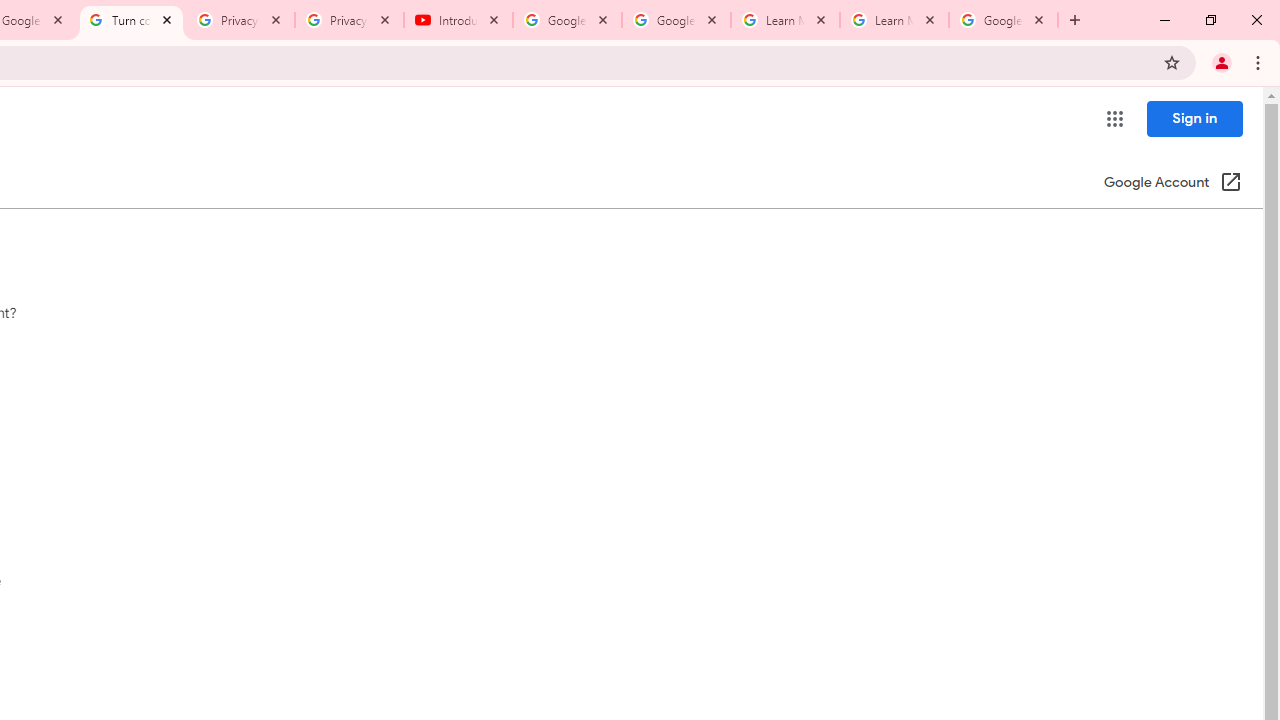  I want to click on 'Introduction | Google Privacy Policy - YouTube', so click(457, 20).